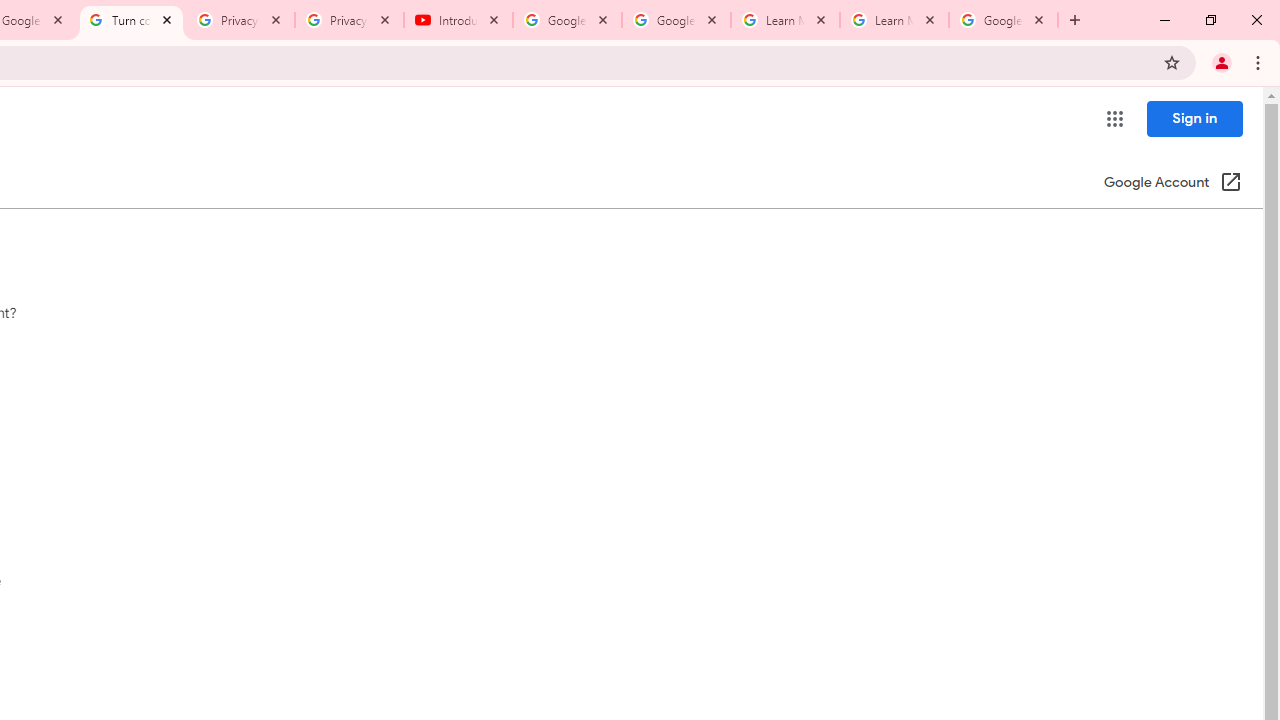  I want to click on 'Introduction | Google Privacy Policy - YouTube', so click(457, 20).